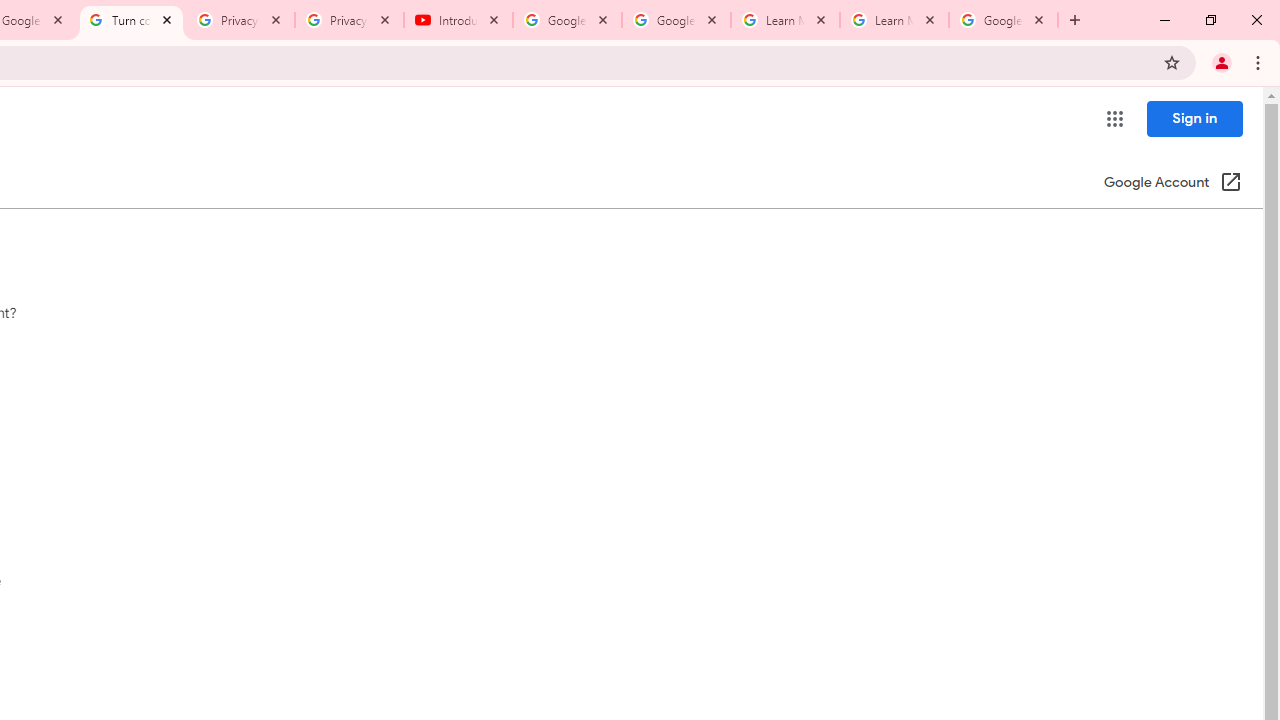  I want to click on 'Introduction | Google Privacy Policy - YouTube', so click(457, 20).